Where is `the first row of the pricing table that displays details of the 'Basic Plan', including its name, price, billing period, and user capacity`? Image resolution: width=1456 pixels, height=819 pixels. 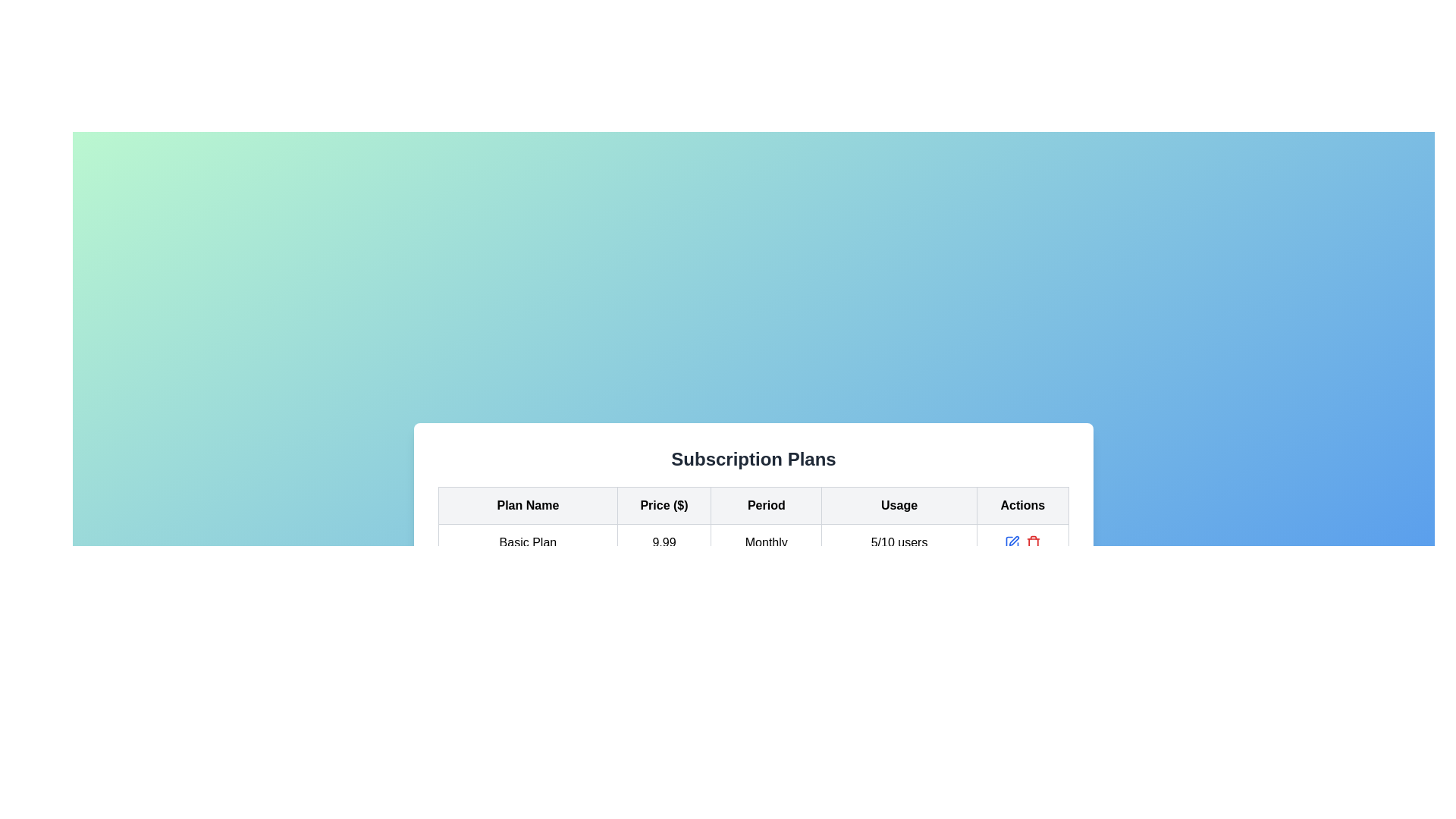
the first row of the pricing table that displays details of the 'Basic Plan', including its name, price, billing period, and user capacity is located at coordinates (753, 541).